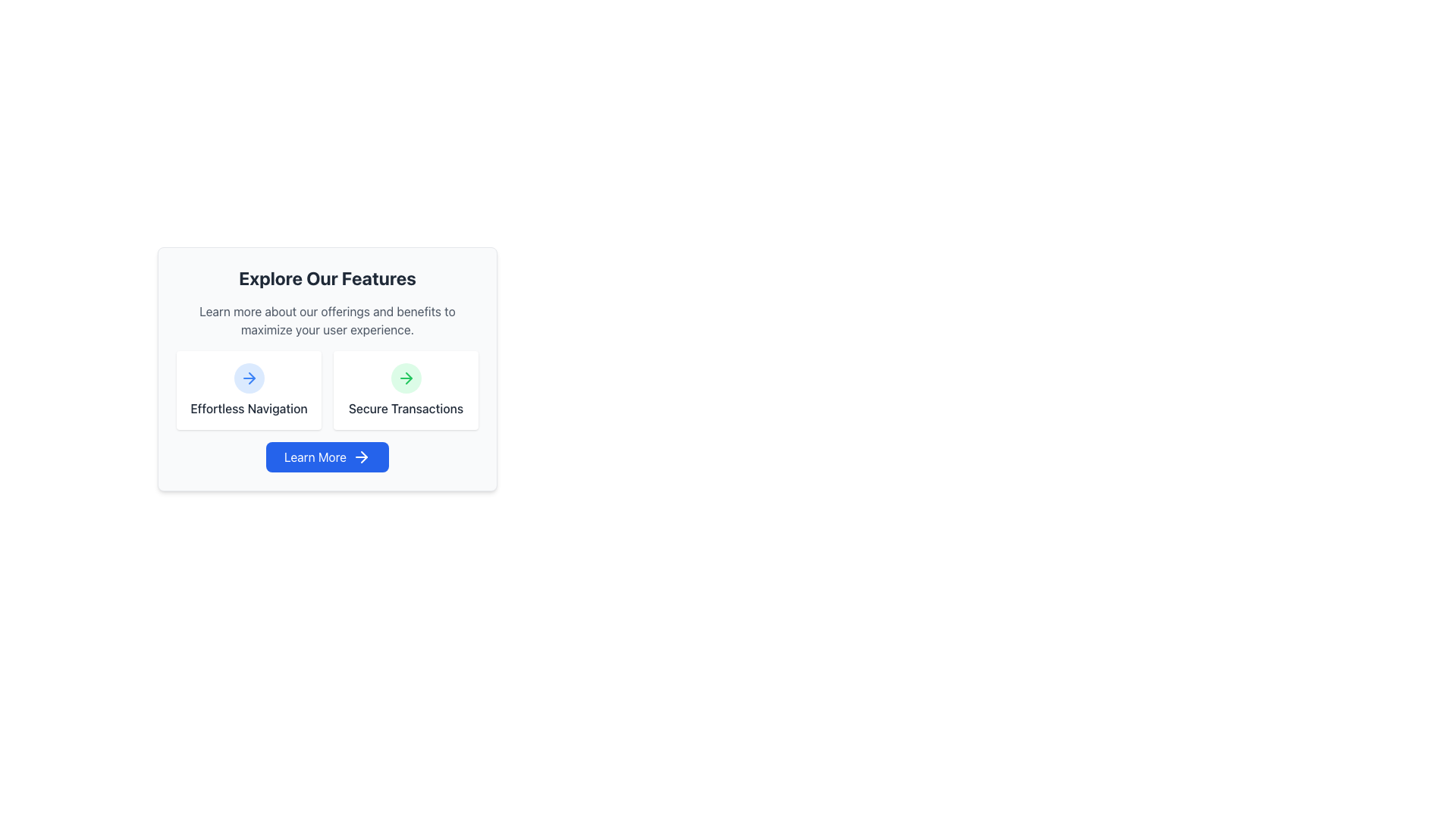 The image size is (1456, 819). Describe the element at coordinates (249, 377) in the screenshot. I see `the Effortless Navigation arrow icon located in the left feature column of the Explore Our Features section, positioned above the text and aligned with the feature title` at that location.